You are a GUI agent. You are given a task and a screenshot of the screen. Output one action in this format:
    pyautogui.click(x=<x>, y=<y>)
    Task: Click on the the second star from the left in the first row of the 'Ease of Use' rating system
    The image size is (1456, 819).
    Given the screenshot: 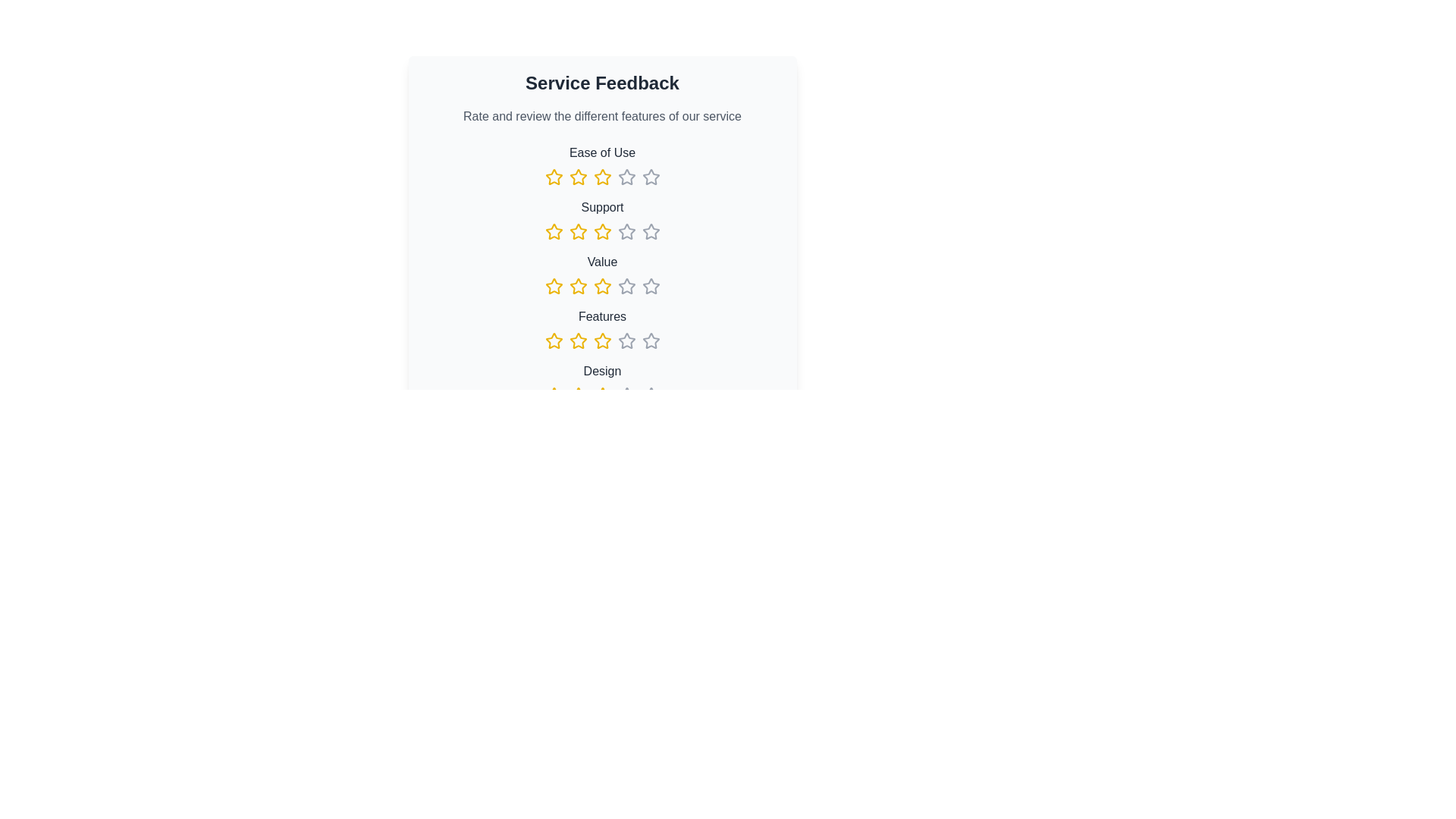 What is the action you would take?
    pyautogui.click(x=577, y=176)
    